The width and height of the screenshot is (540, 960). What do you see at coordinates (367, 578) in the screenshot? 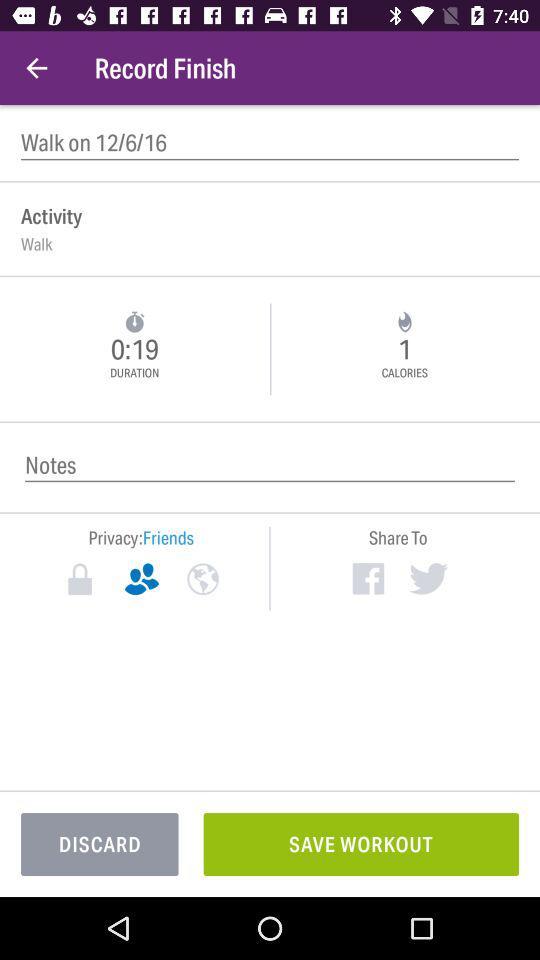
I see `share the article` at bounding box center [367, 578].